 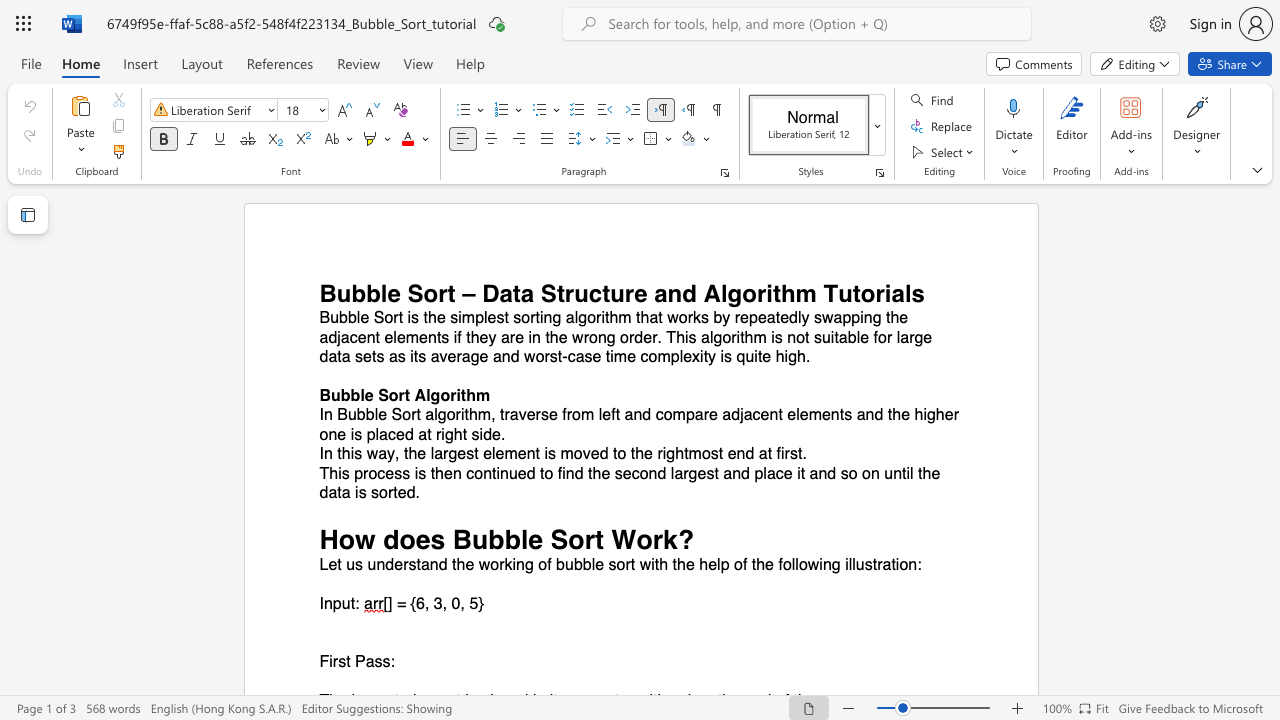 What do you see at coordinates (565, 414) in the screenshot?
I see `the subset text "rom left and compare adjacent elements and the higher one is pla" within the text "In Bubble Sort algorithm, traverse from left and compare adjacent elements and the higher one is placed at right side."` at bounding box center [565, 414].